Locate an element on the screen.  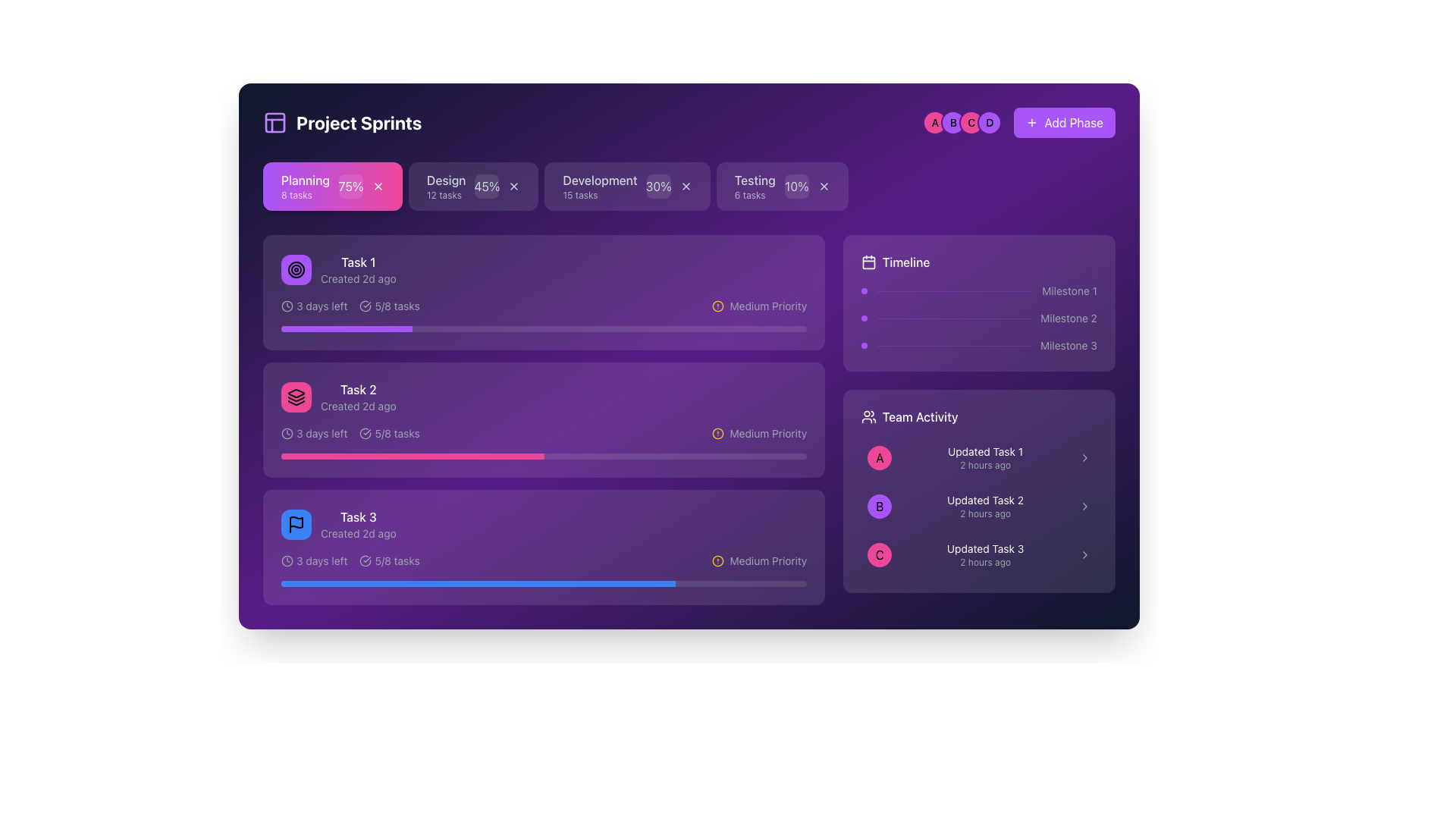
the Avatar or Identifier Icon labeled with 'A', which is the first in a horizontal sequence of four circular icons located at the top-right corner of the interface is located at coordinates (934, 122).